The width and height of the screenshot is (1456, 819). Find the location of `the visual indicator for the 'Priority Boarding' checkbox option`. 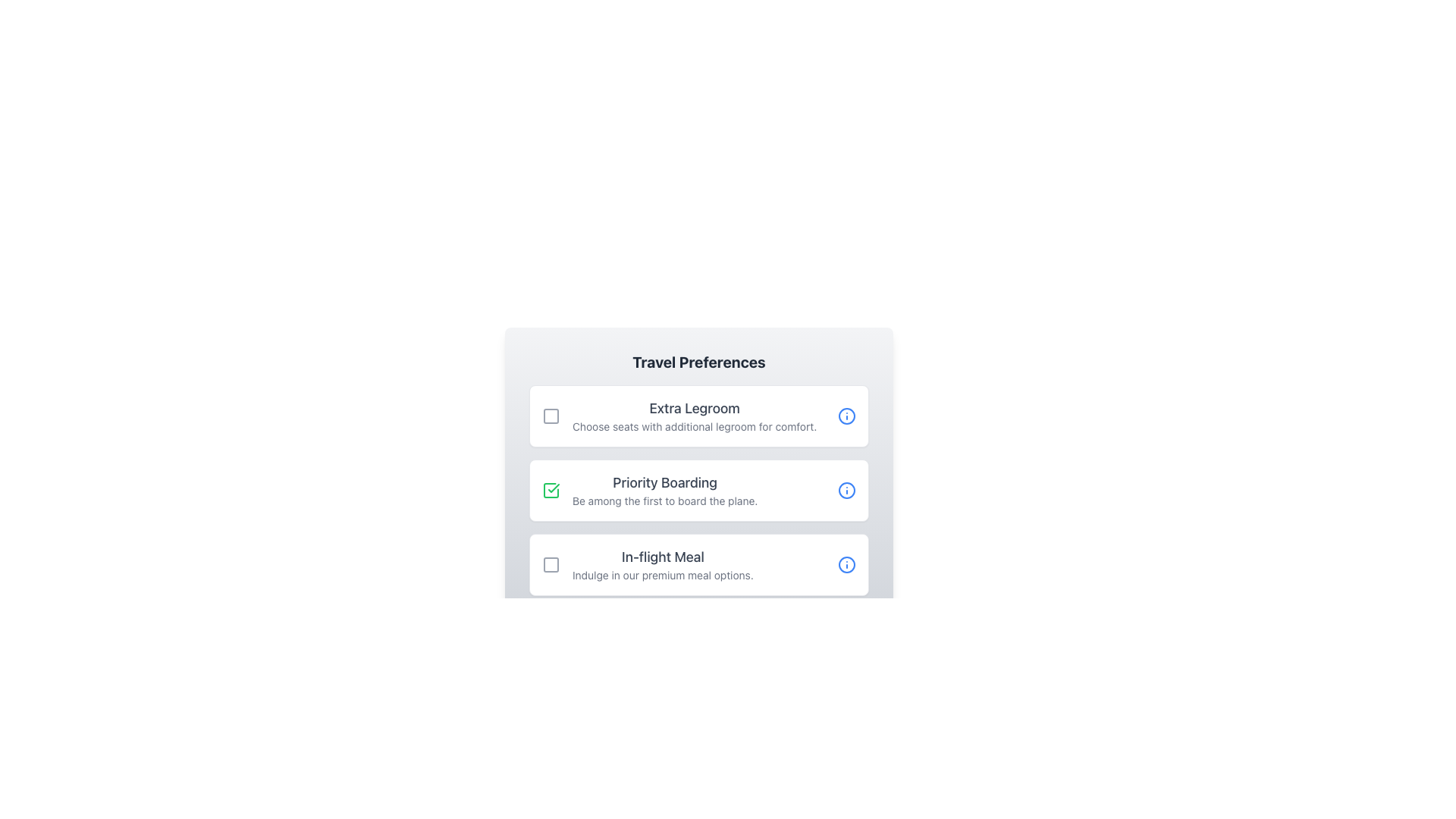

the visual indicator for the 'Priority Boarding' checkbox option is located at coordinates (550, 491).